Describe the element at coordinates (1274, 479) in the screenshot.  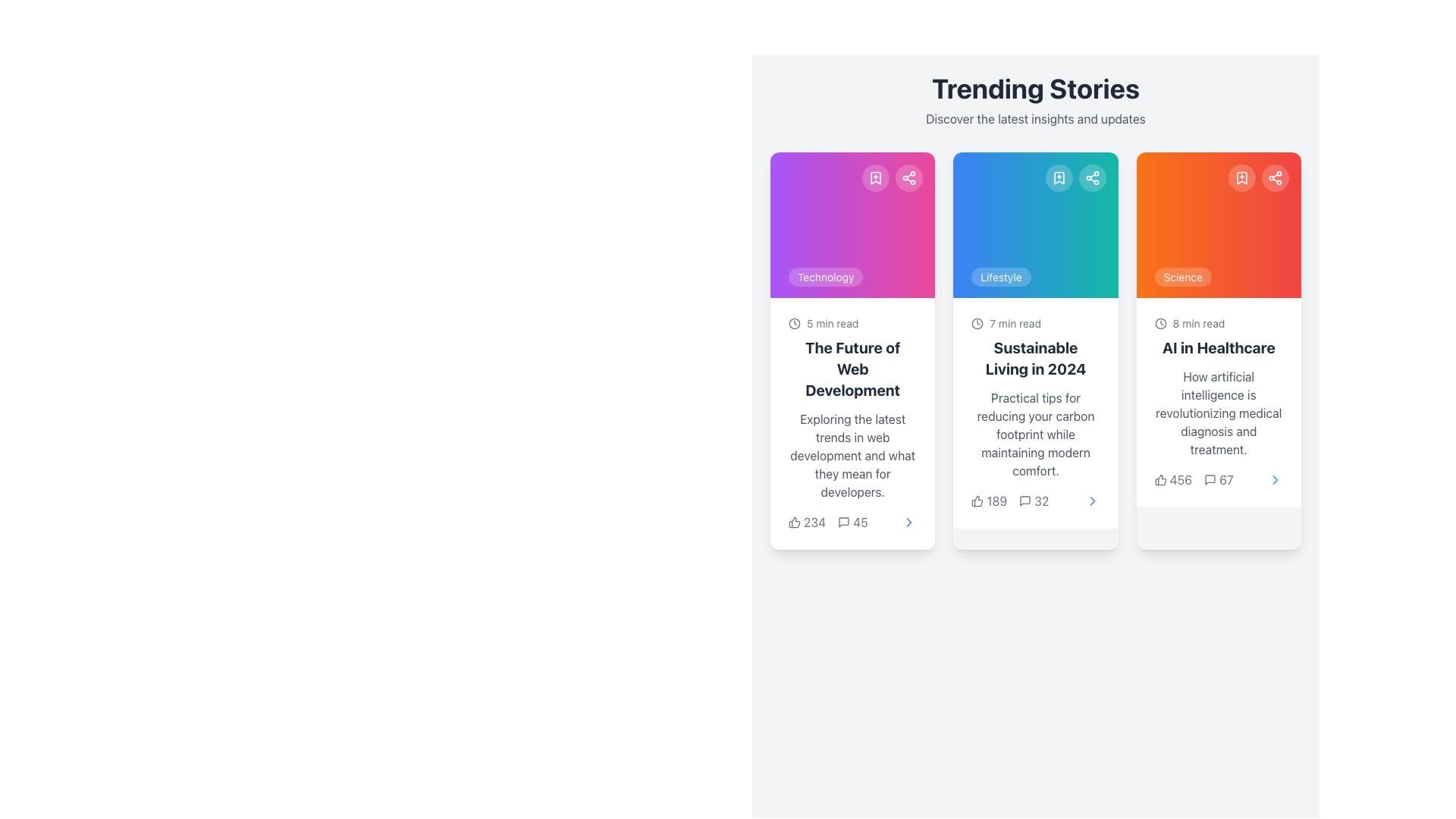
I see `the rightward-pointing chevron icon located at the bottom-right corner of the 'AI in Healthcare' card for potential visual feedback` at that location.